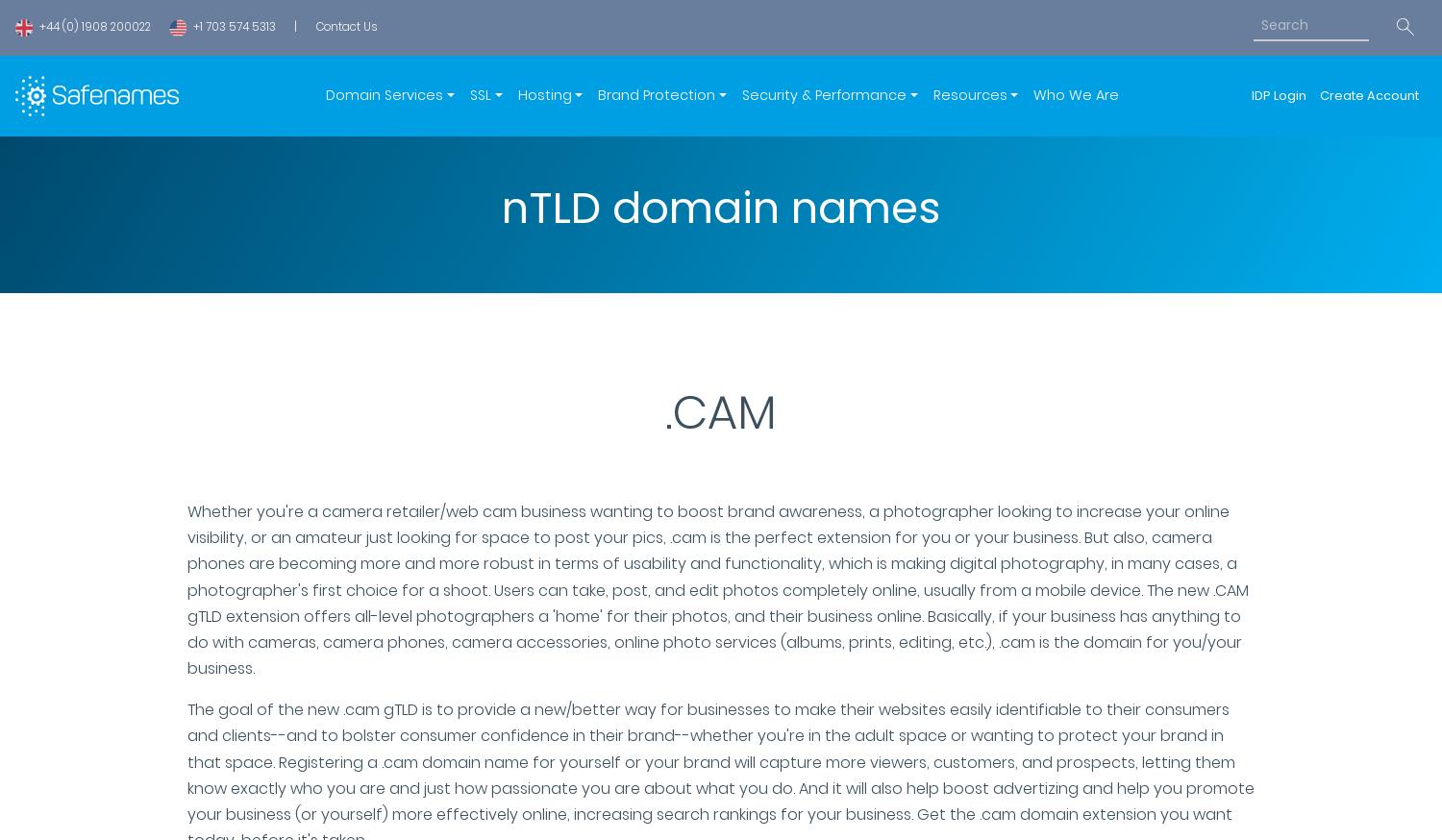  I want to click on '|', so click(295, 25).